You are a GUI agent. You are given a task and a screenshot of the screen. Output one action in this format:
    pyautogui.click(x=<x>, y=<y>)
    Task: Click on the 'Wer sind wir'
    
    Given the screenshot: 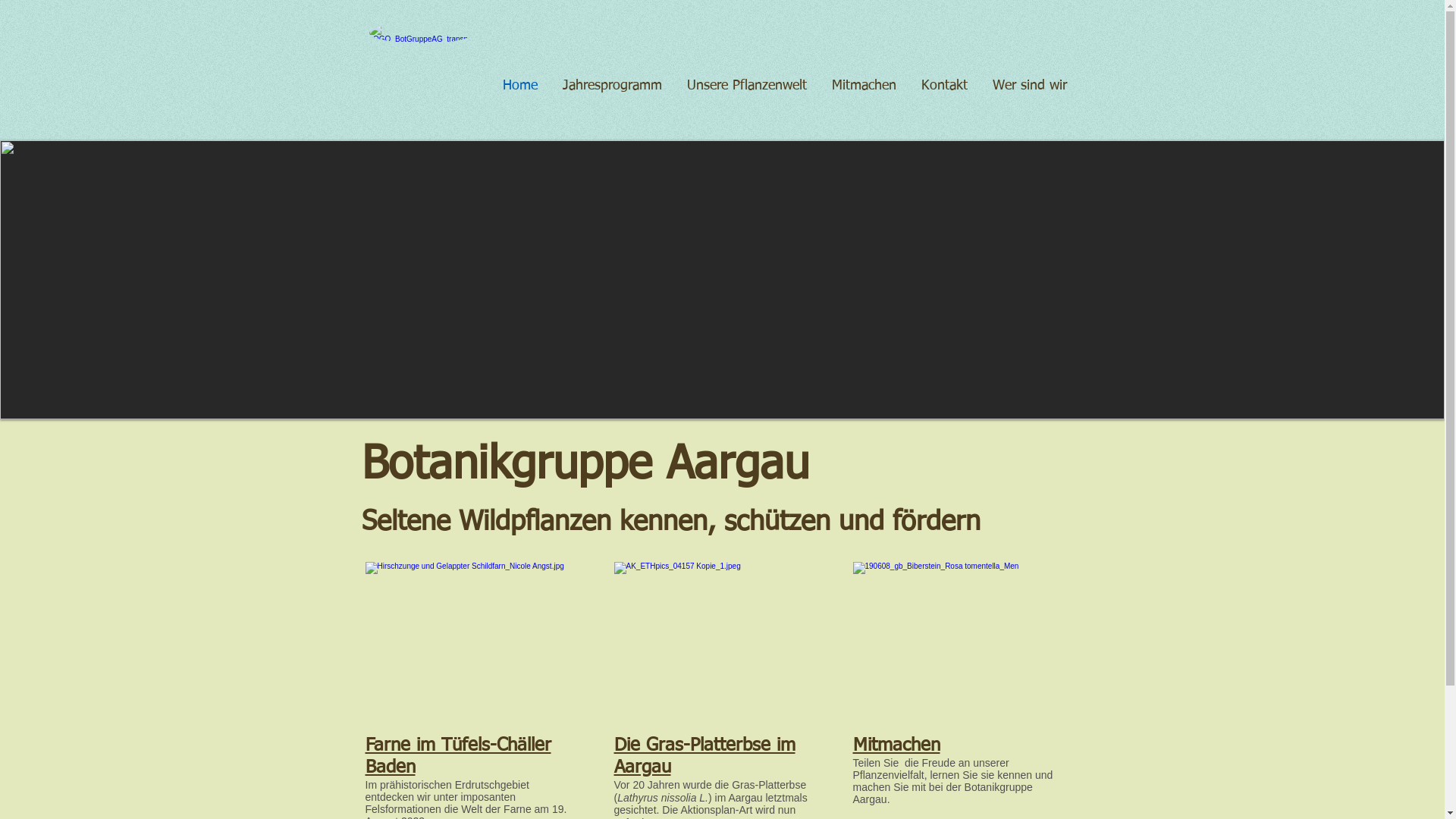 What is the action you would take?
    pyautogui.click(x=1028, y=86)
    